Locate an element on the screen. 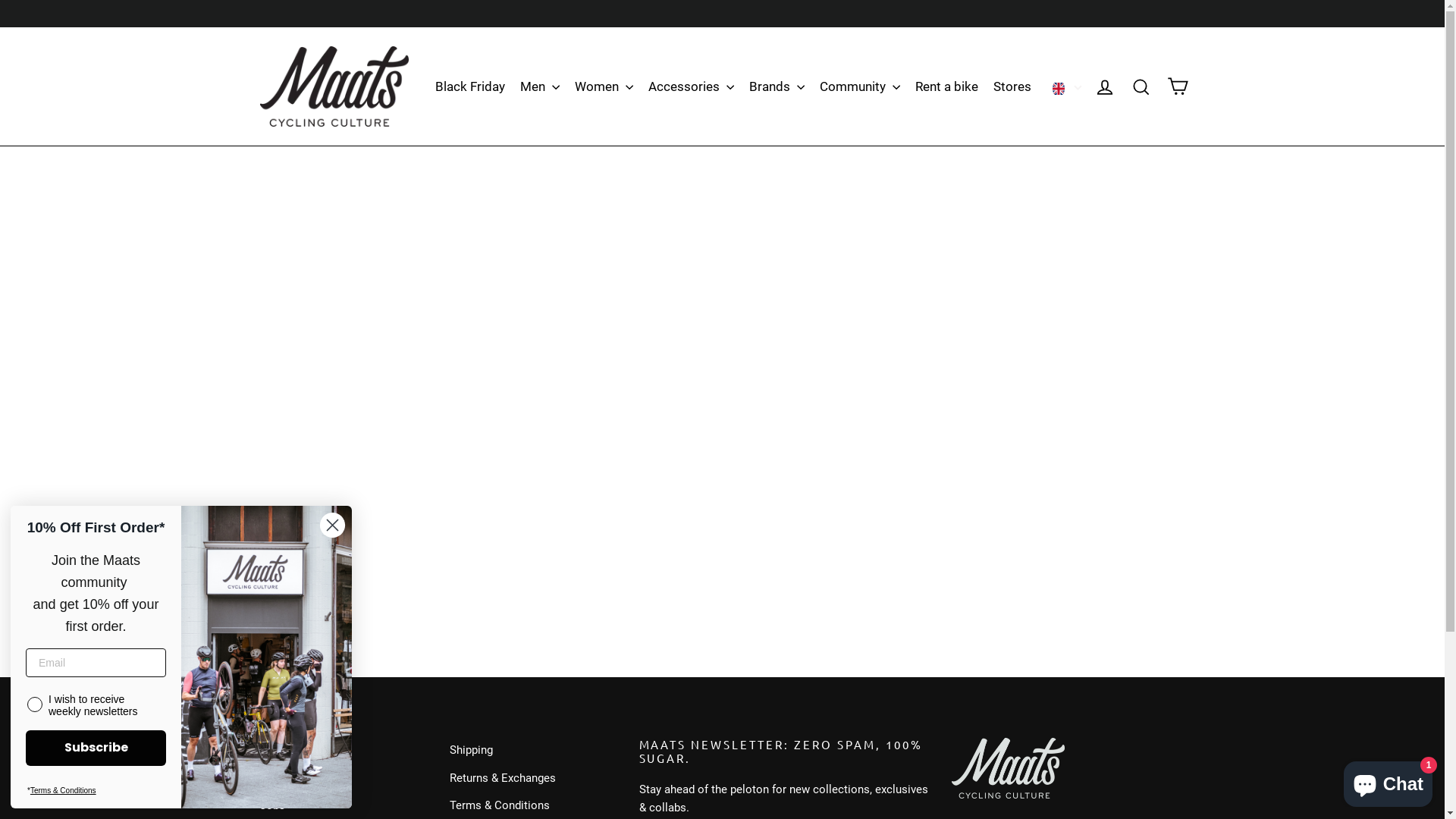 The image size is (1456, 819). 'Black Friday' is located at coordinates (428, 86).